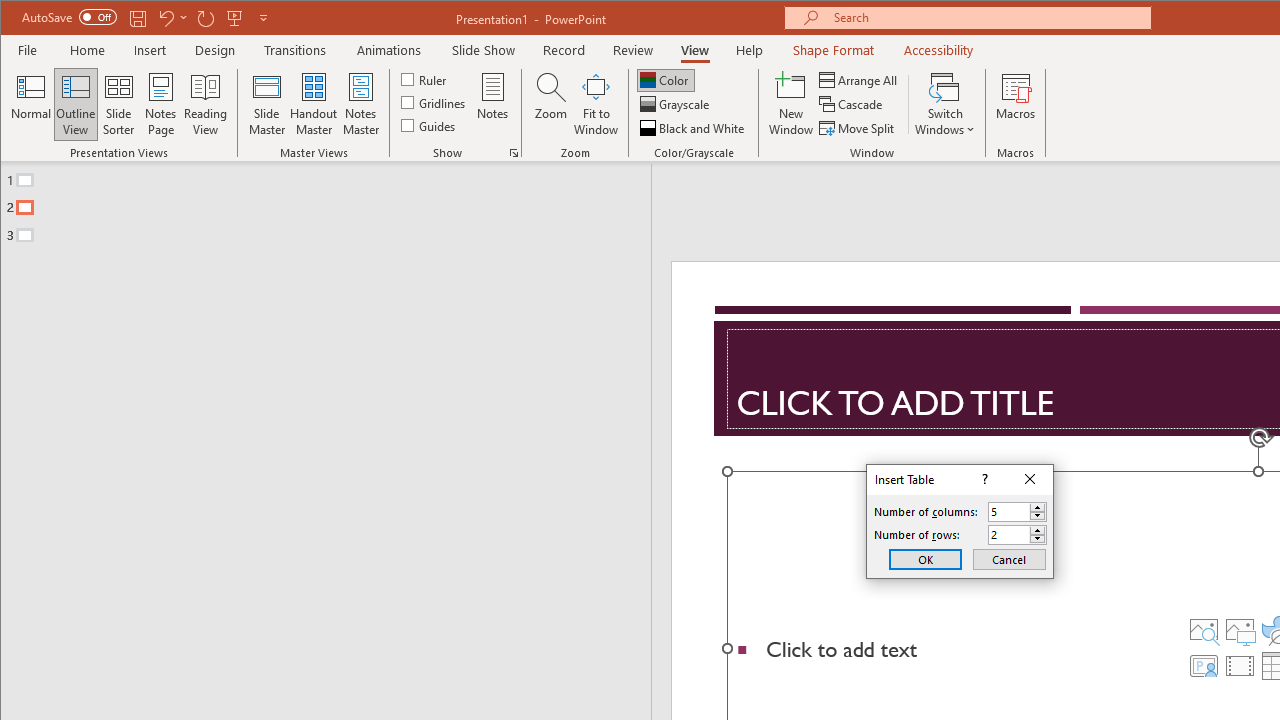 The height and width of the screenshot is (720, 1280). Describe the element at coordinates (924, 559) in the screenshot. I see `'OK'` at that location.